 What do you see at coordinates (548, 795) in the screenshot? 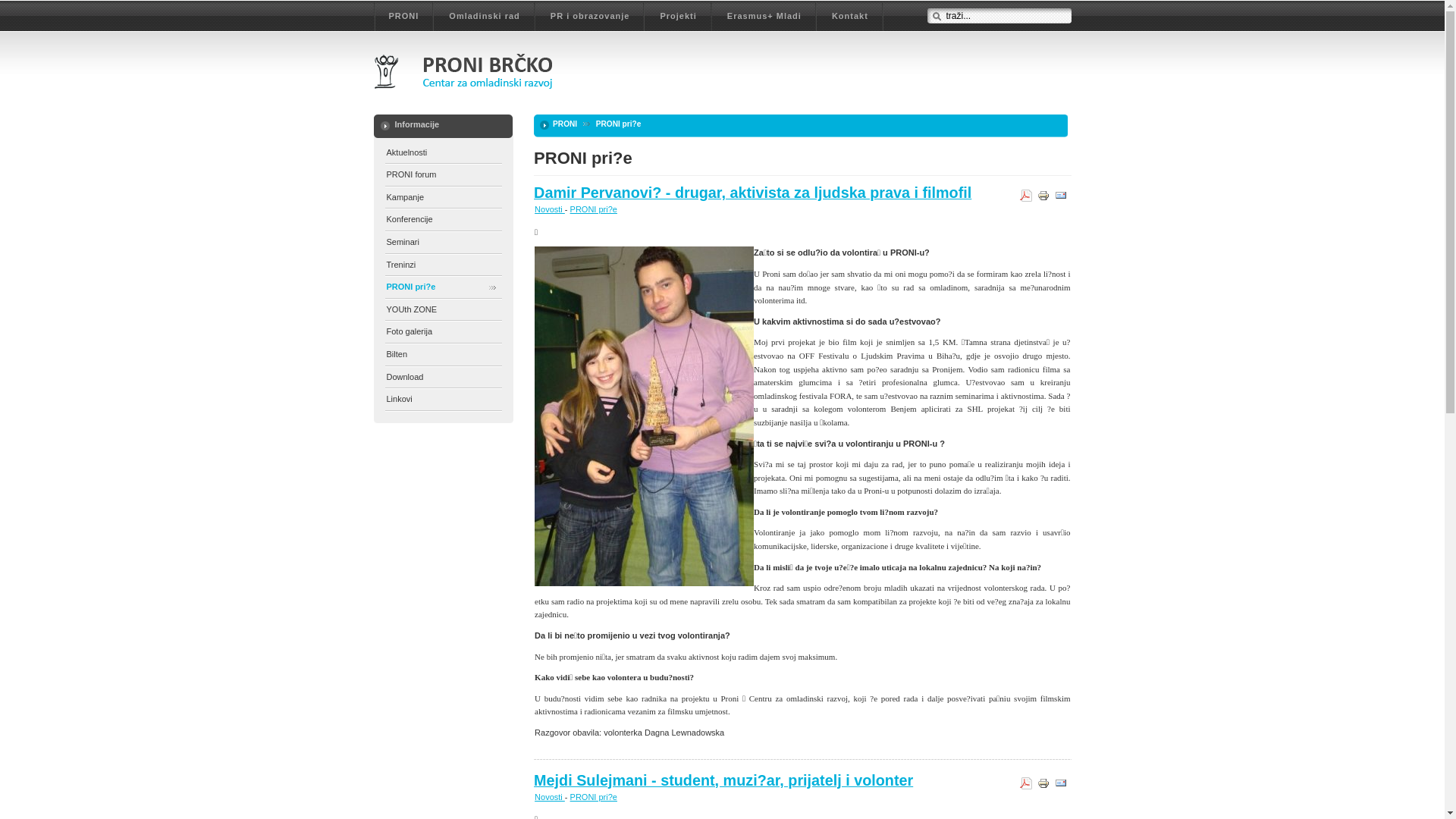
I see `'Novosti'` at bounding box center [548, 795].